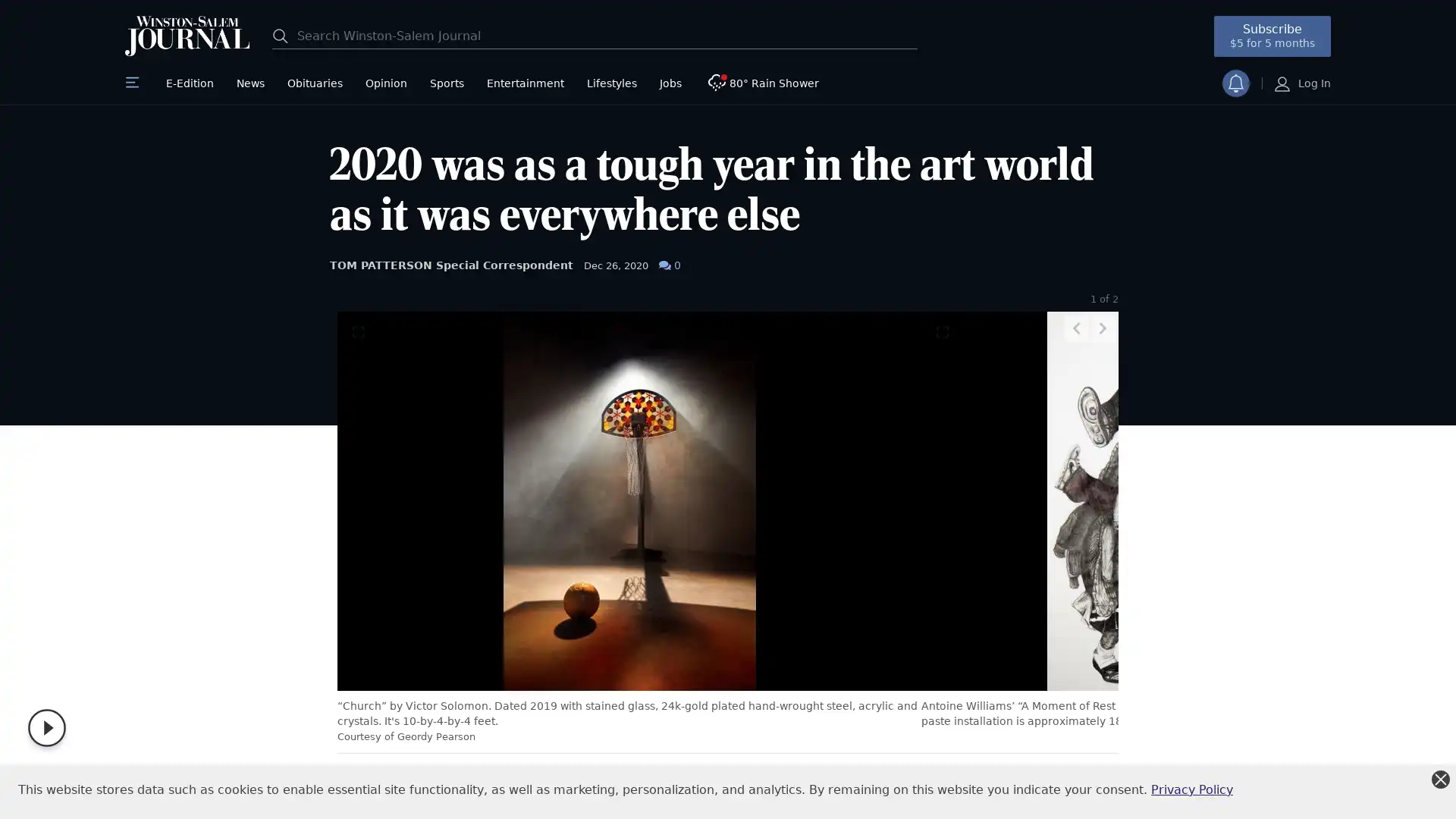 The image size is (1456, 819). I want to click on Copy article link to clipboard Copy article link, so click(527, 784).